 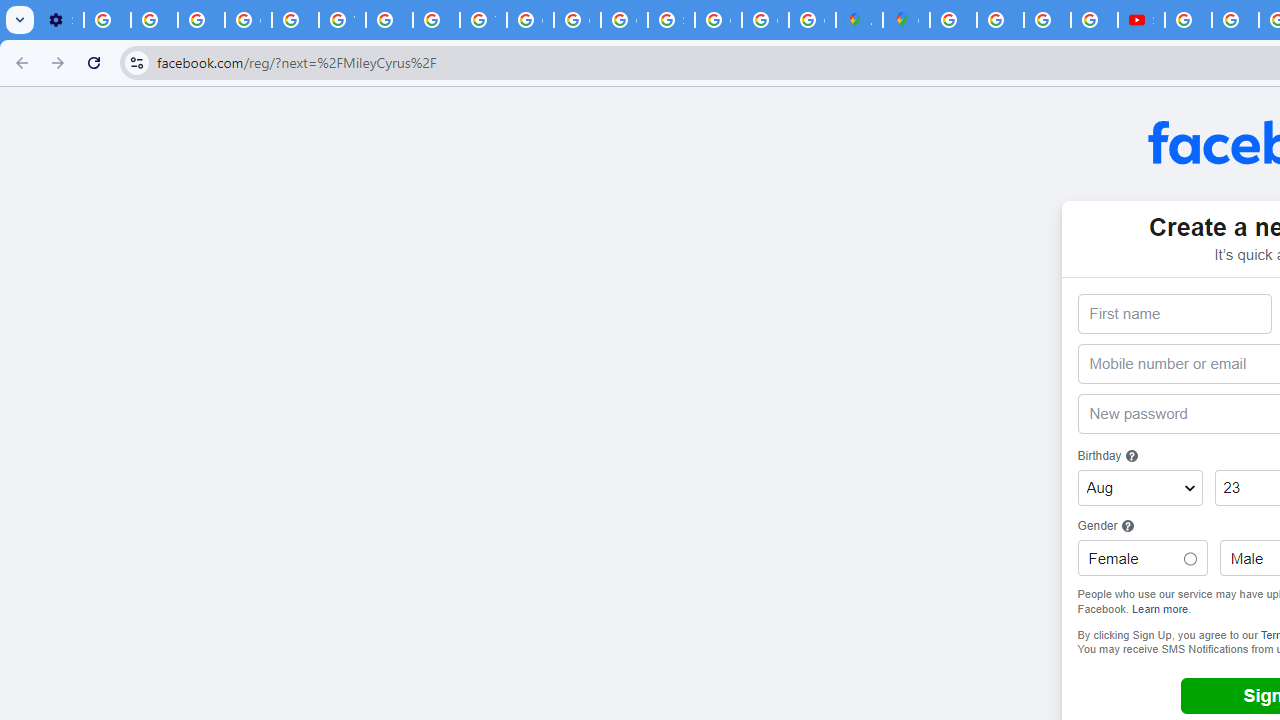 I want to click on 'Reload', so click(x=93, y=61).